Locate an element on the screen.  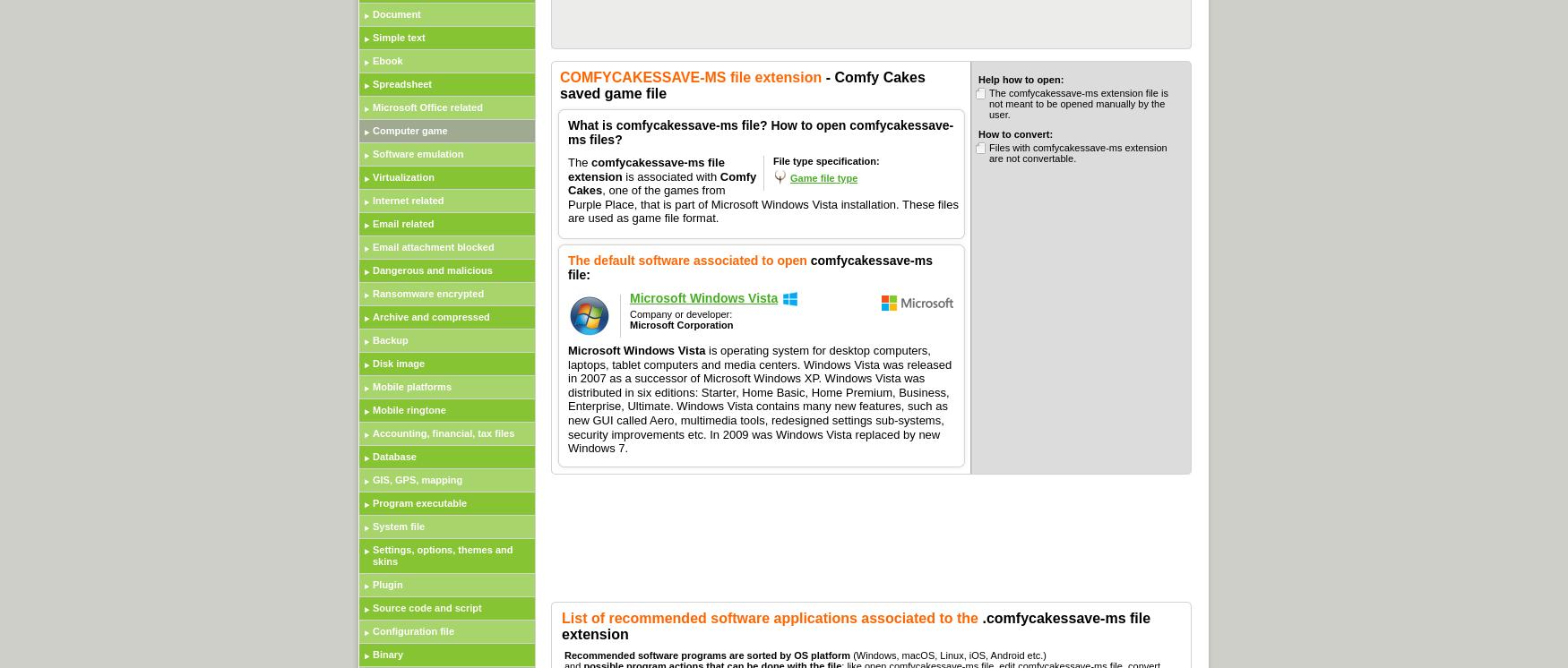
'is operating system for desktop computers, laptops, tablet computers and media centers. Windows Vista was released in 2007 as a successor of Microsoft Windows XP. Windows Vista was distributed in six editions: Starter, Home Basic, Home Premium, Business, Enterprise, Ultimate. Windows Vista contains many new features, such as new GUI called Aero, multimedia tools, redesigned settings sub-systems, security improvements etc. In 2009 was Windows Vista replaced by new Windows 7.' is located at coordinates (760, 398).